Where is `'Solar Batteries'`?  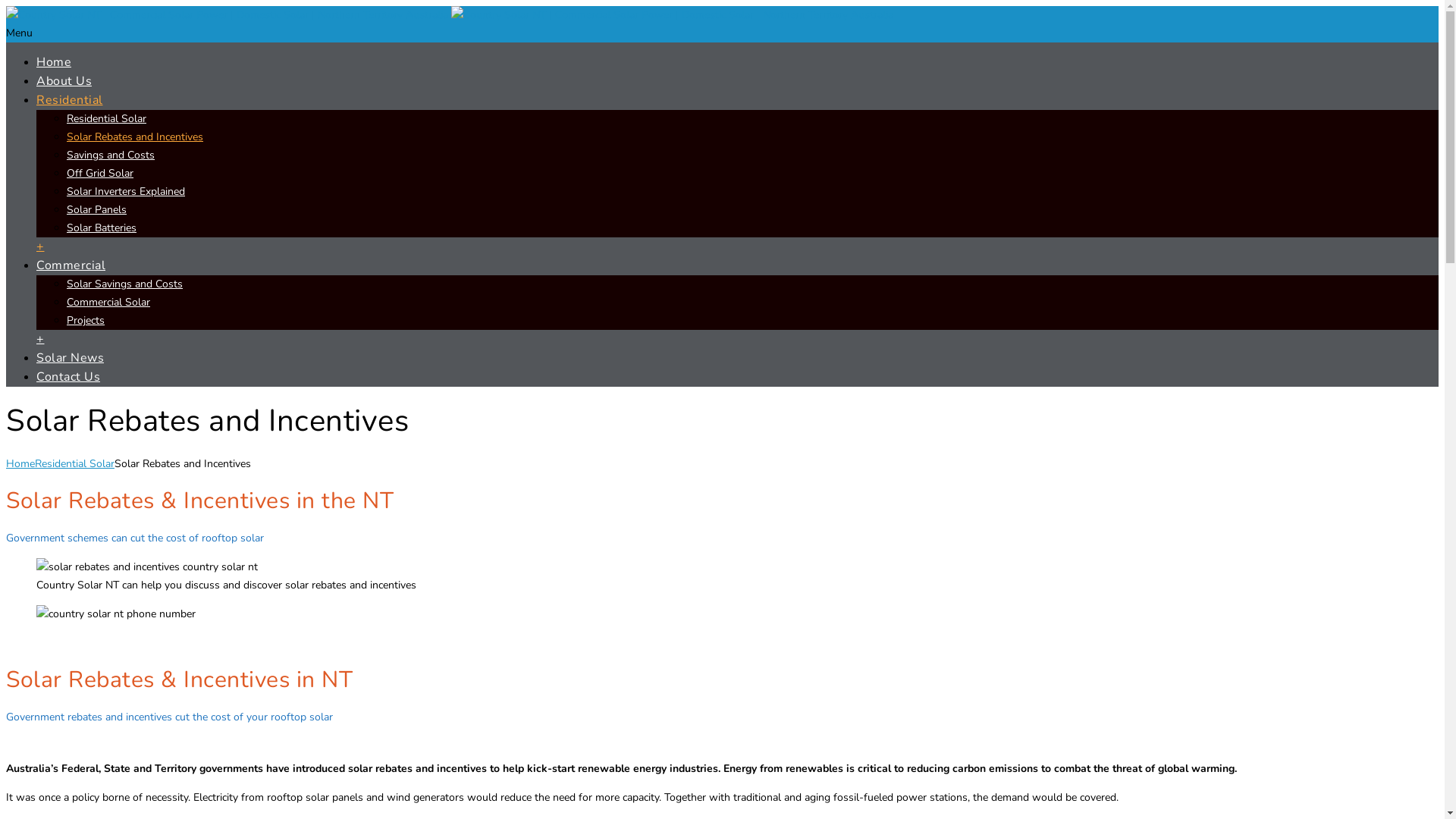
'Solar Batteries' is located at coordinates (101, 227).